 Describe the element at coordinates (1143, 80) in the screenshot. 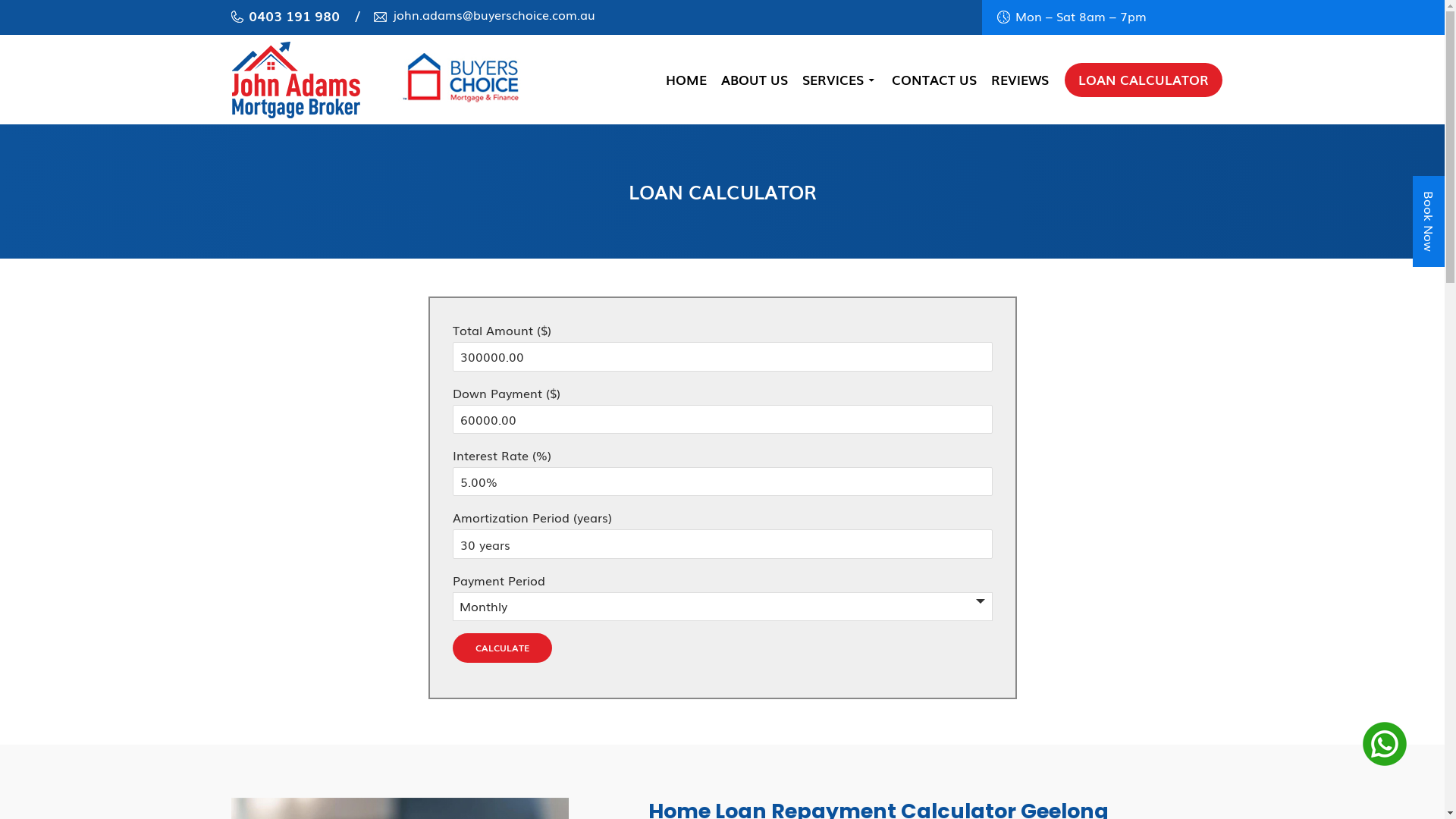

I see `'LOAN CALCULATOR'` at that location.